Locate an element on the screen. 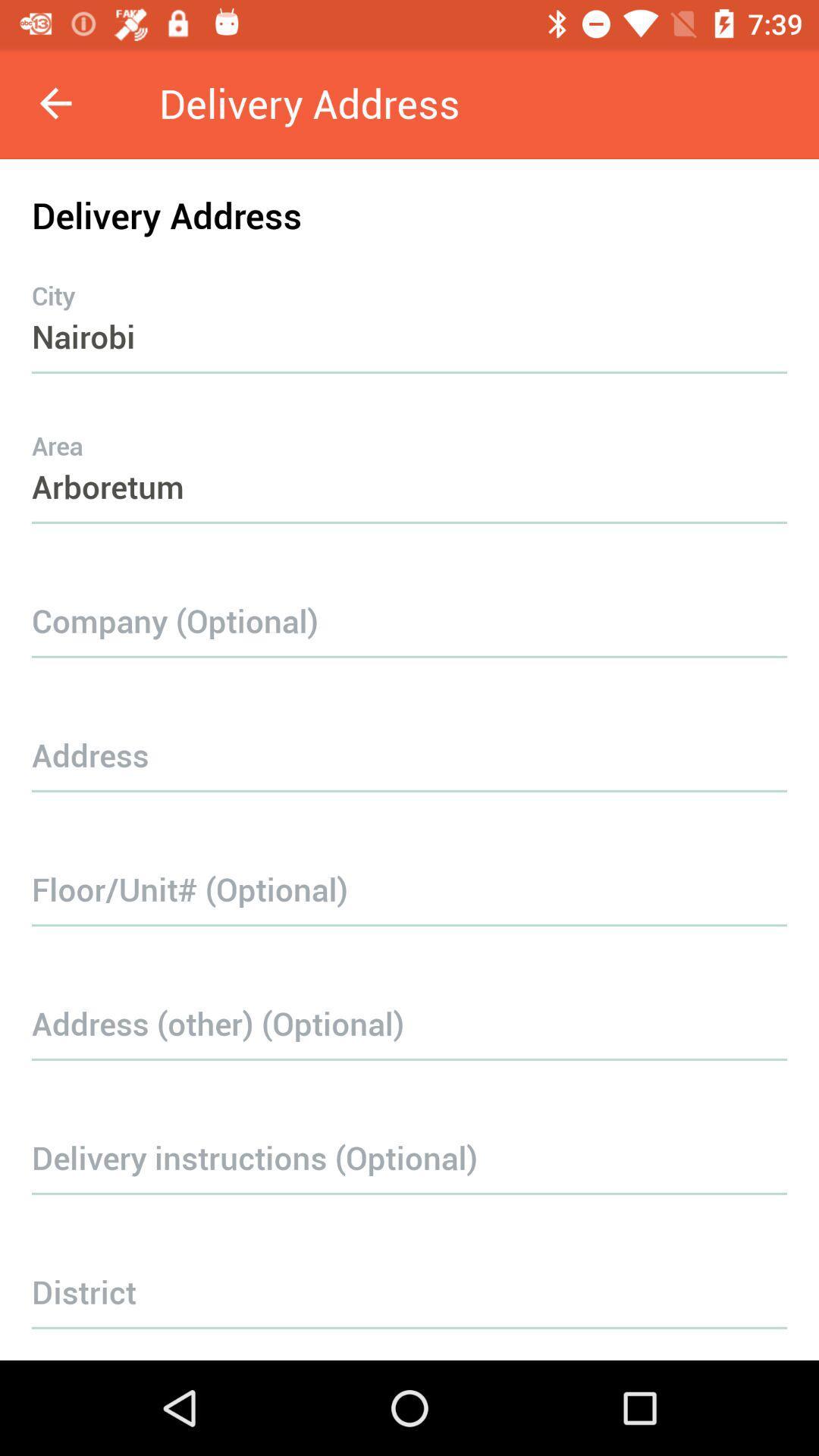 This screenshot has height=1456, width=819. item below the nairobi item is located at coordinates (409, 456).